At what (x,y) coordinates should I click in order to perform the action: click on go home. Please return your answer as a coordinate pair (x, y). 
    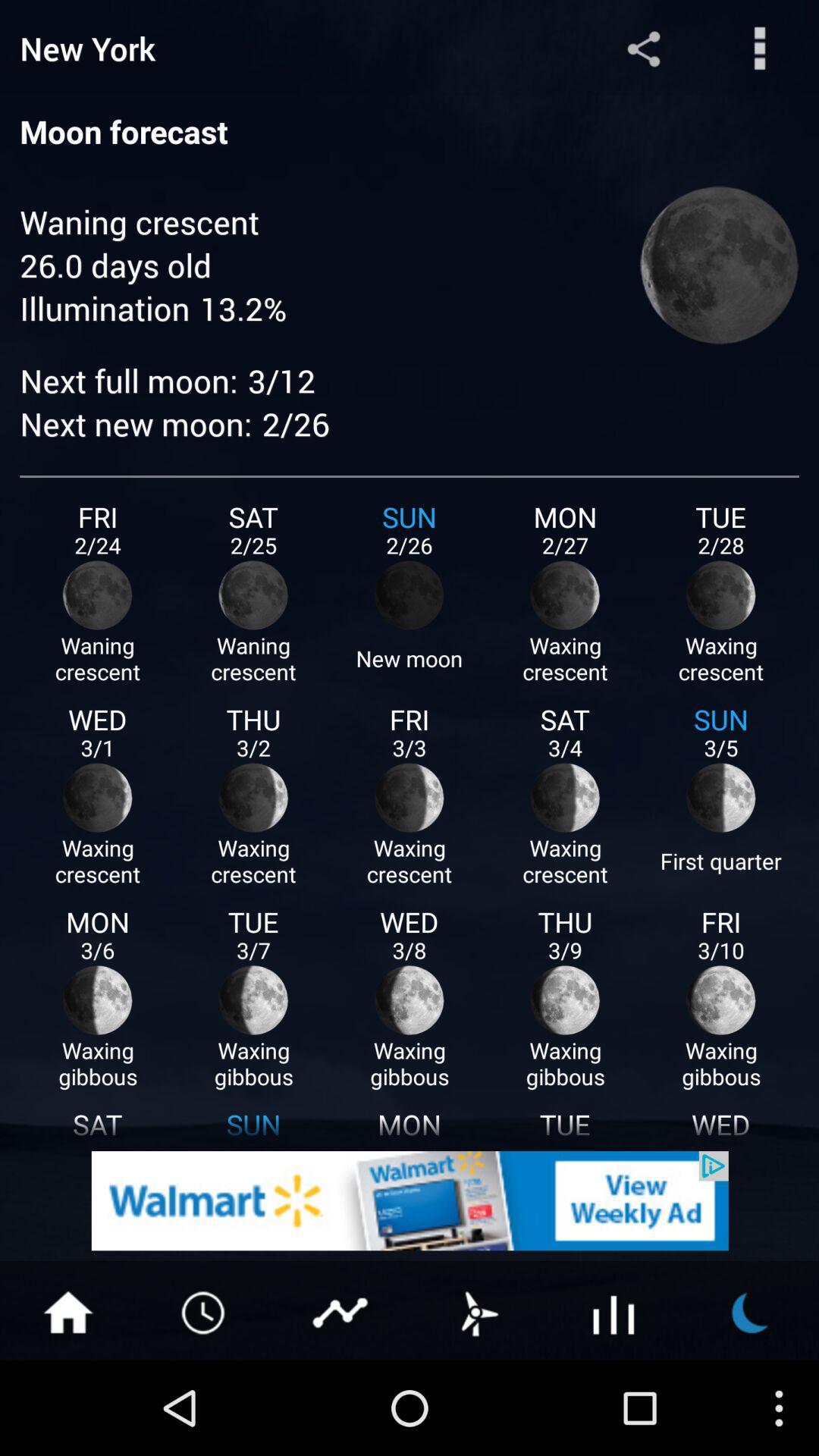
    Looking at the image, I should click on (67, 1310).